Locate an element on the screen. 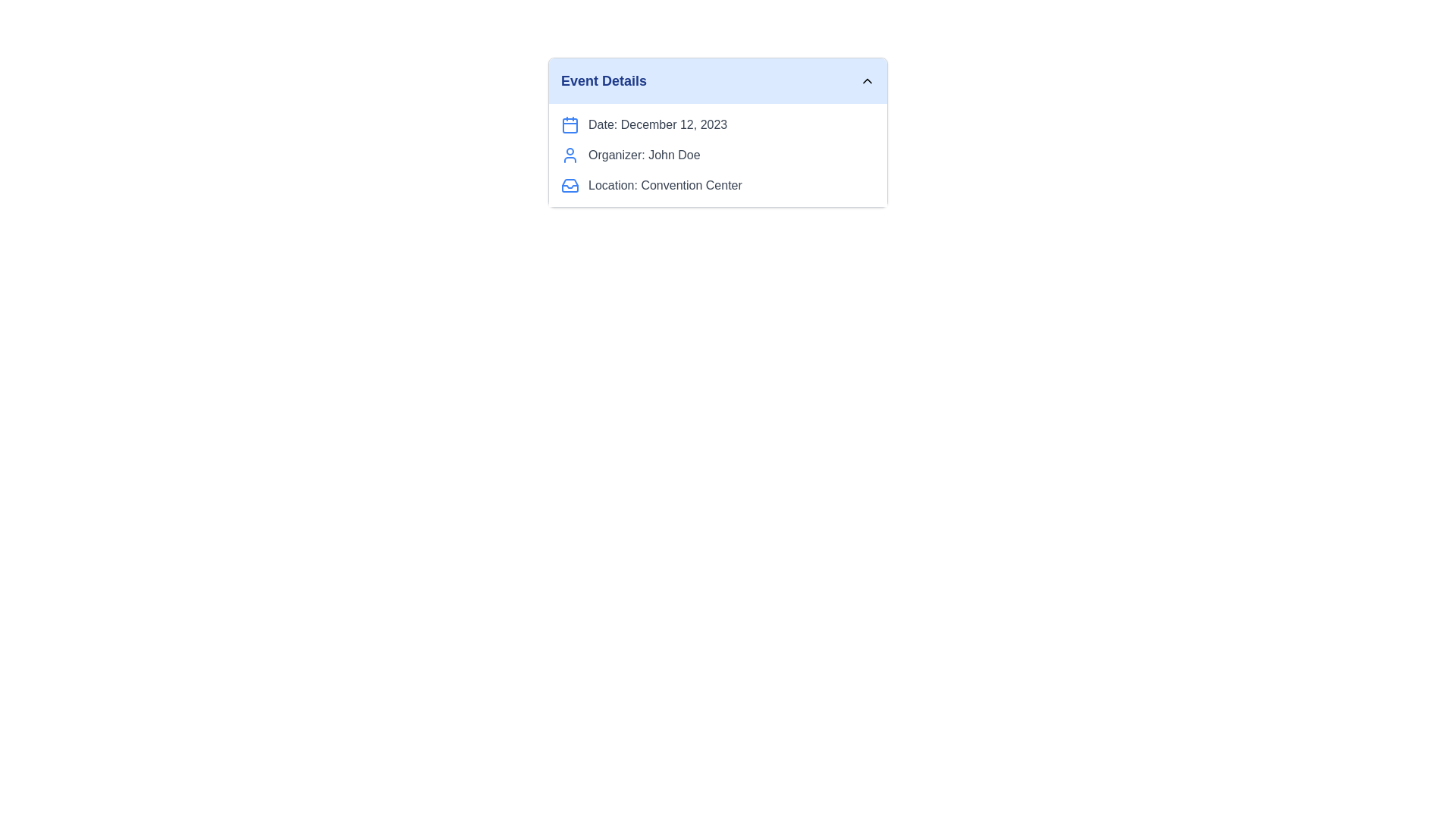 This screenshot has width=1456, height=819. the Chevron-Up icon located at the top-right corner of the 'Event Details' header is located at coordinates (867, 81).